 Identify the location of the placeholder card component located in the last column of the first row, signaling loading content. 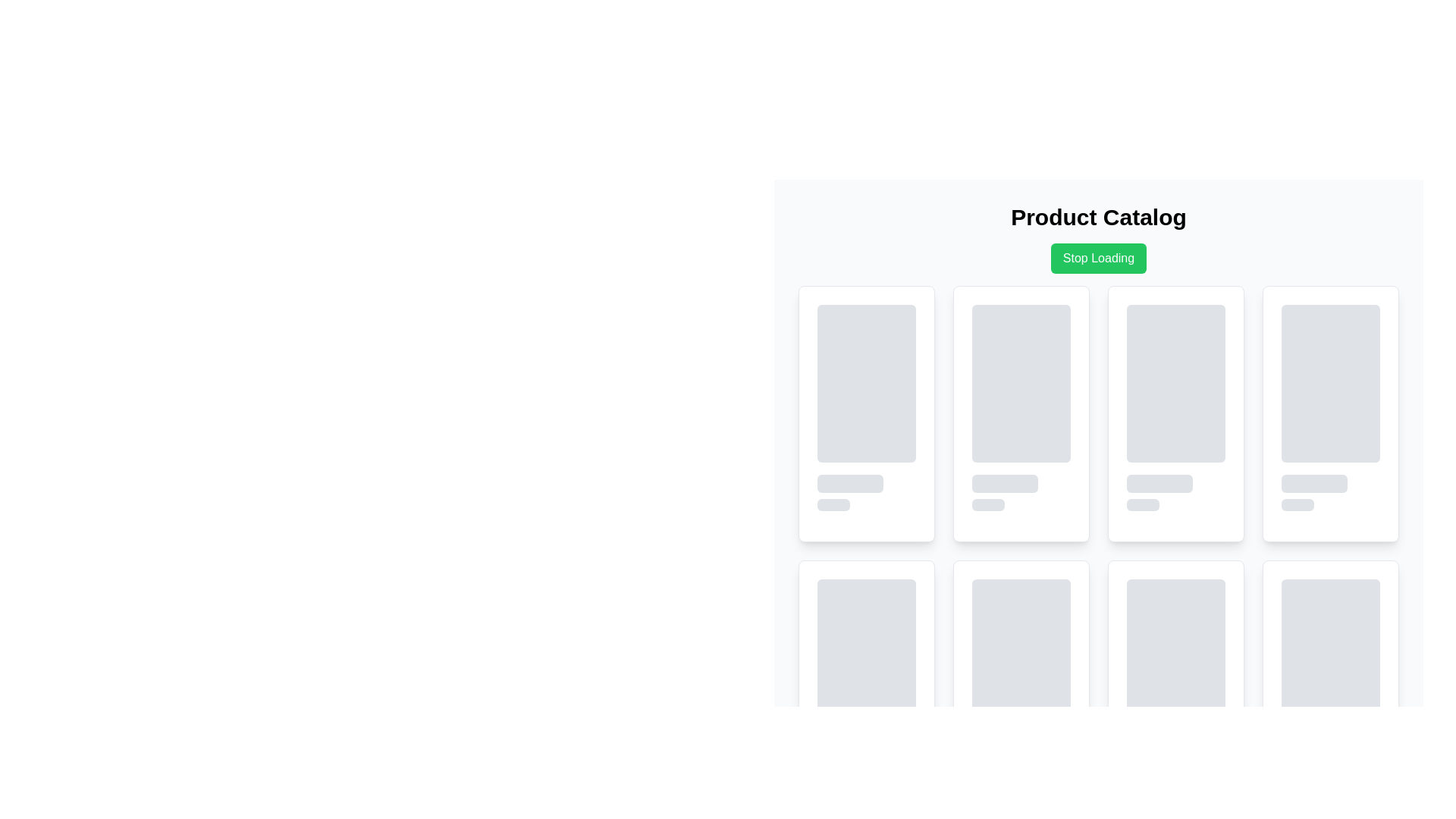
(1330, 414).